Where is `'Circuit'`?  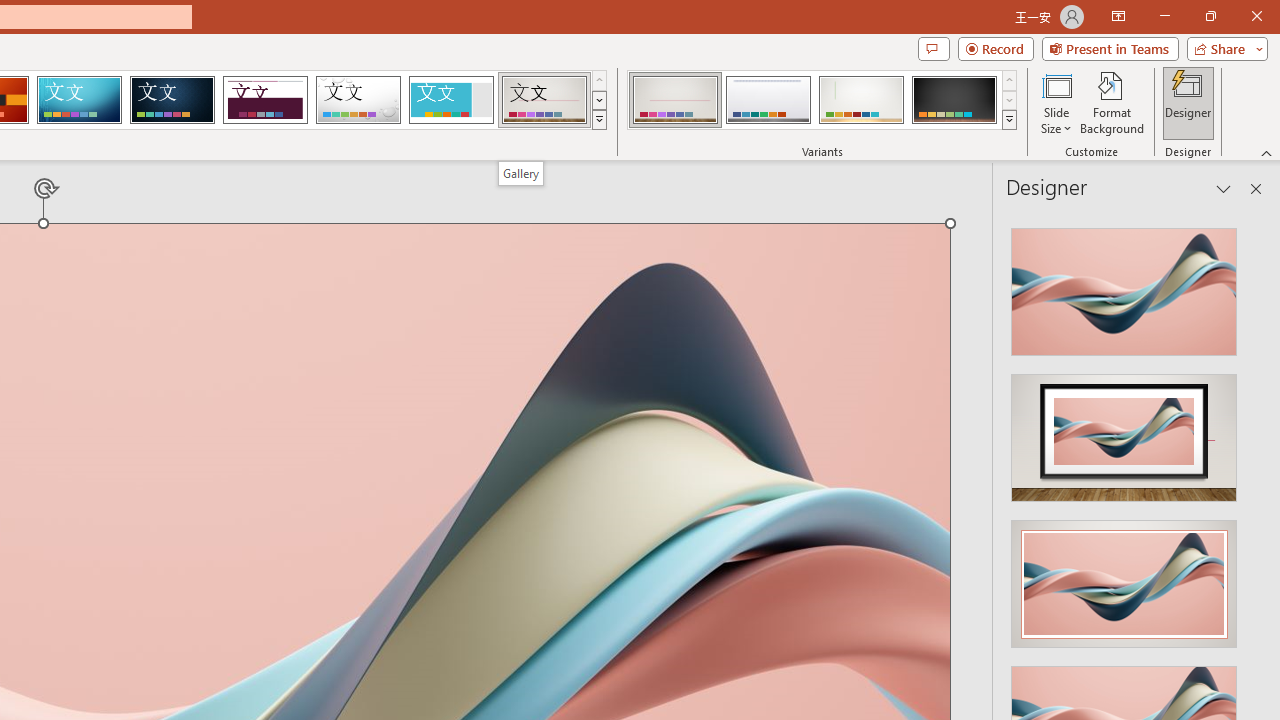
'Circuit' is located at coordinates (79, 100).